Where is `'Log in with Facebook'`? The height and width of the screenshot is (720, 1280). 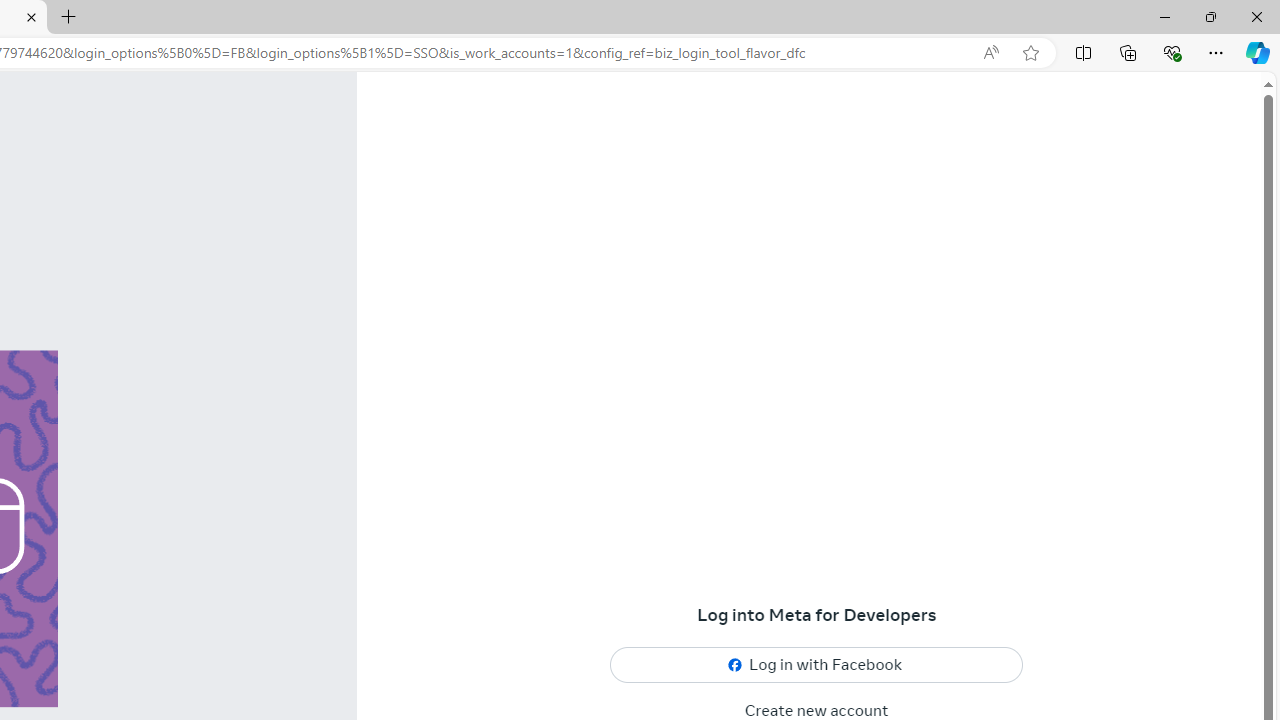
'Log in with Facebook' is located at coordinates (817, 665).